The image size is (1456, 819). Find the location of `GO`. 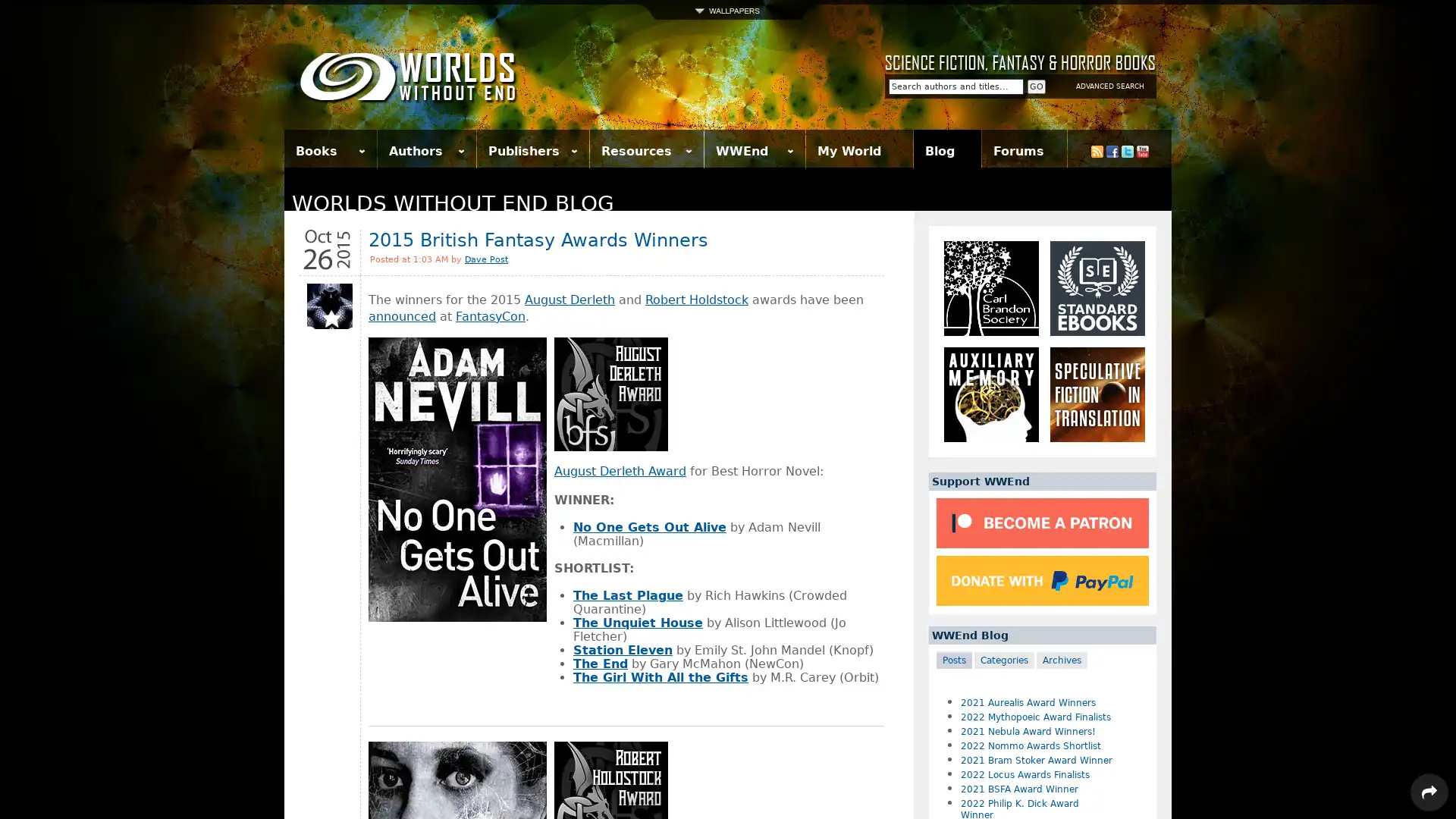

GO is located at coordinates (1036, 86).